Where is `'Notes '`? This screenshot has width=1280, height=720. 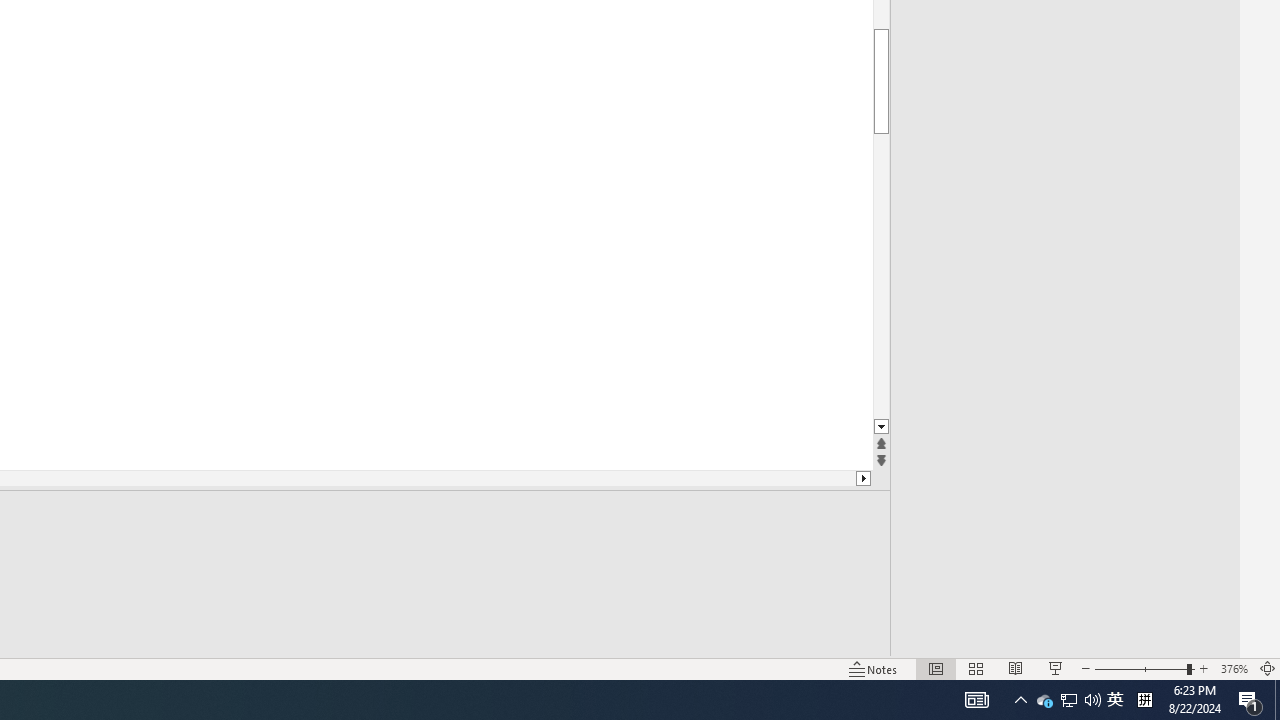 'Notes ' is located at coordinates (874, 669).